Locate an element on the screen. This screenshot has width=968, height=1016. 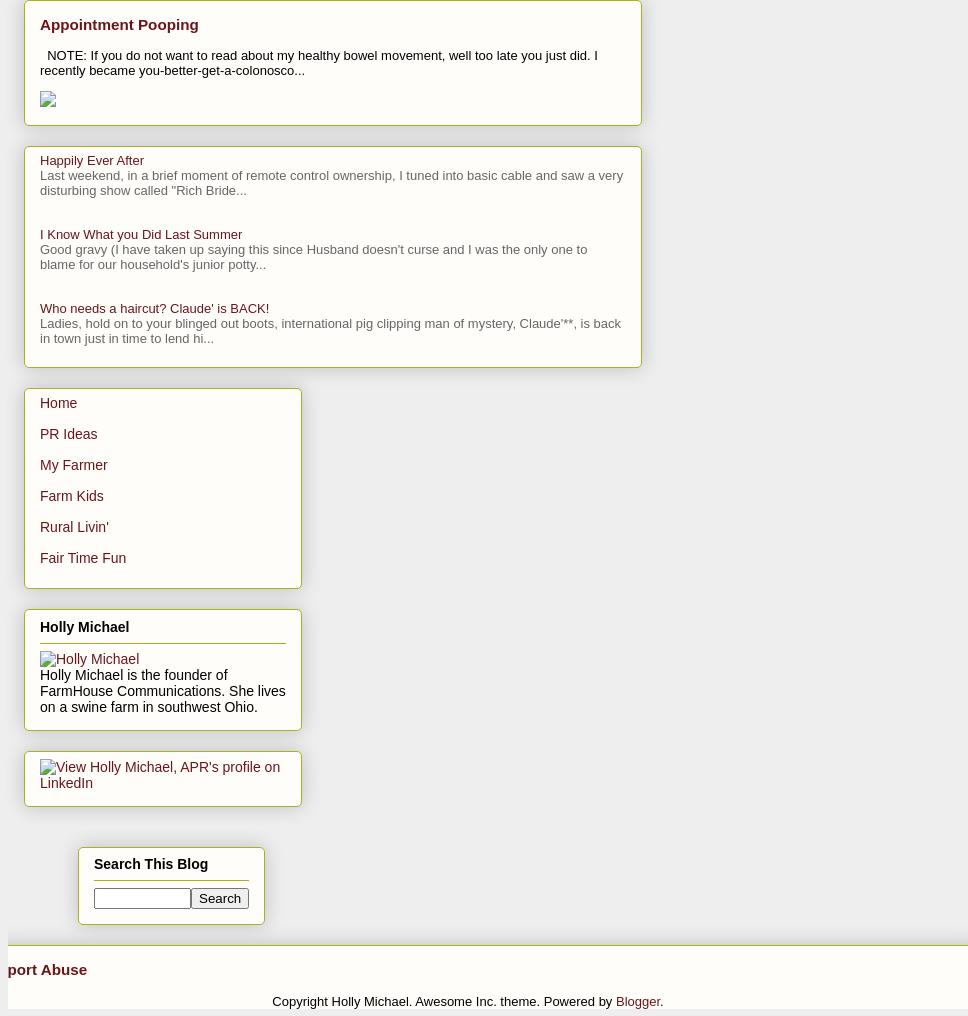
'.' is located at coordinates (661, 1000).